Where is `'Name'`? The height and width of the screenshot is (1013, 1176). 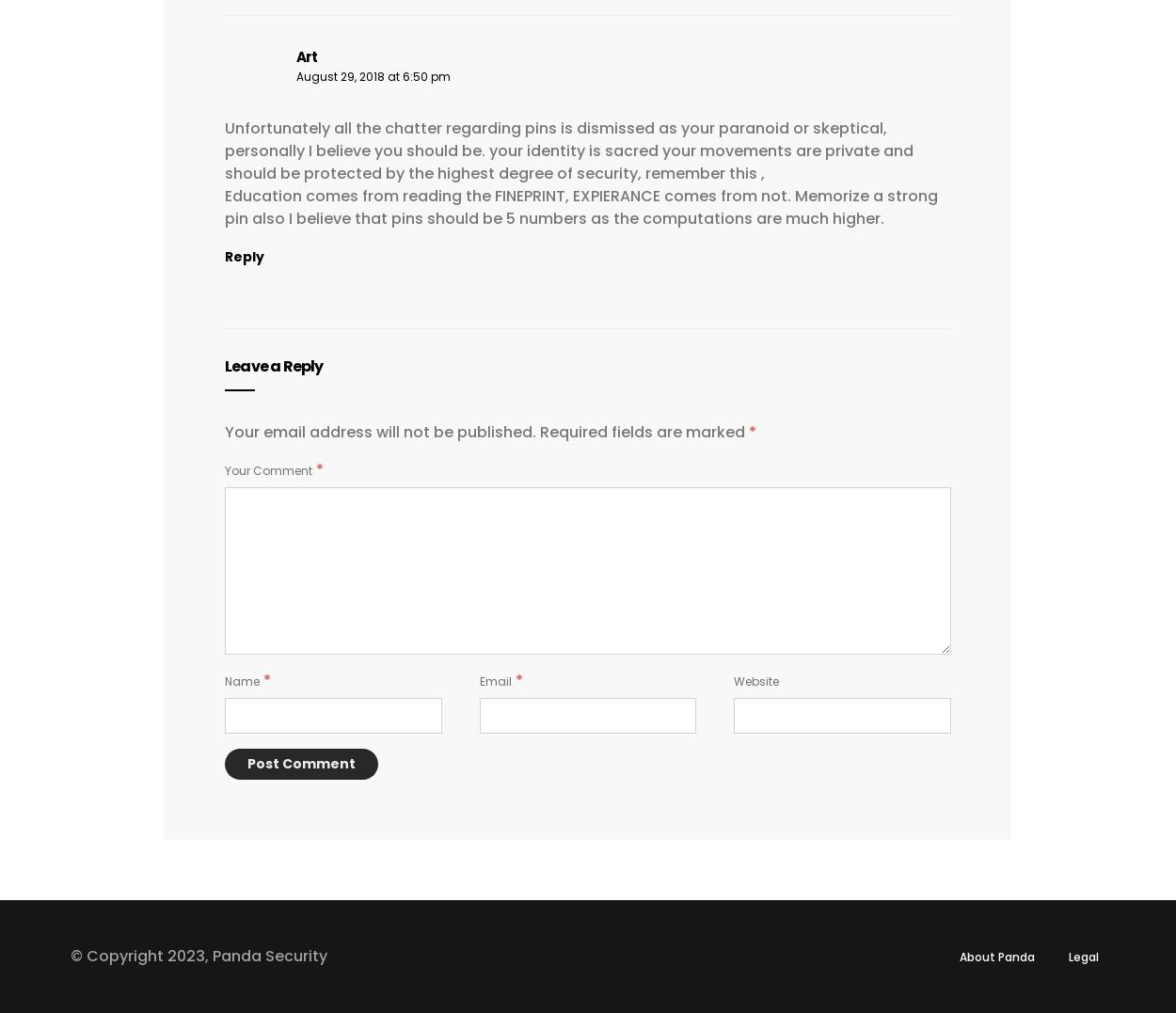
'Name' is located at coordinates (242, 680).